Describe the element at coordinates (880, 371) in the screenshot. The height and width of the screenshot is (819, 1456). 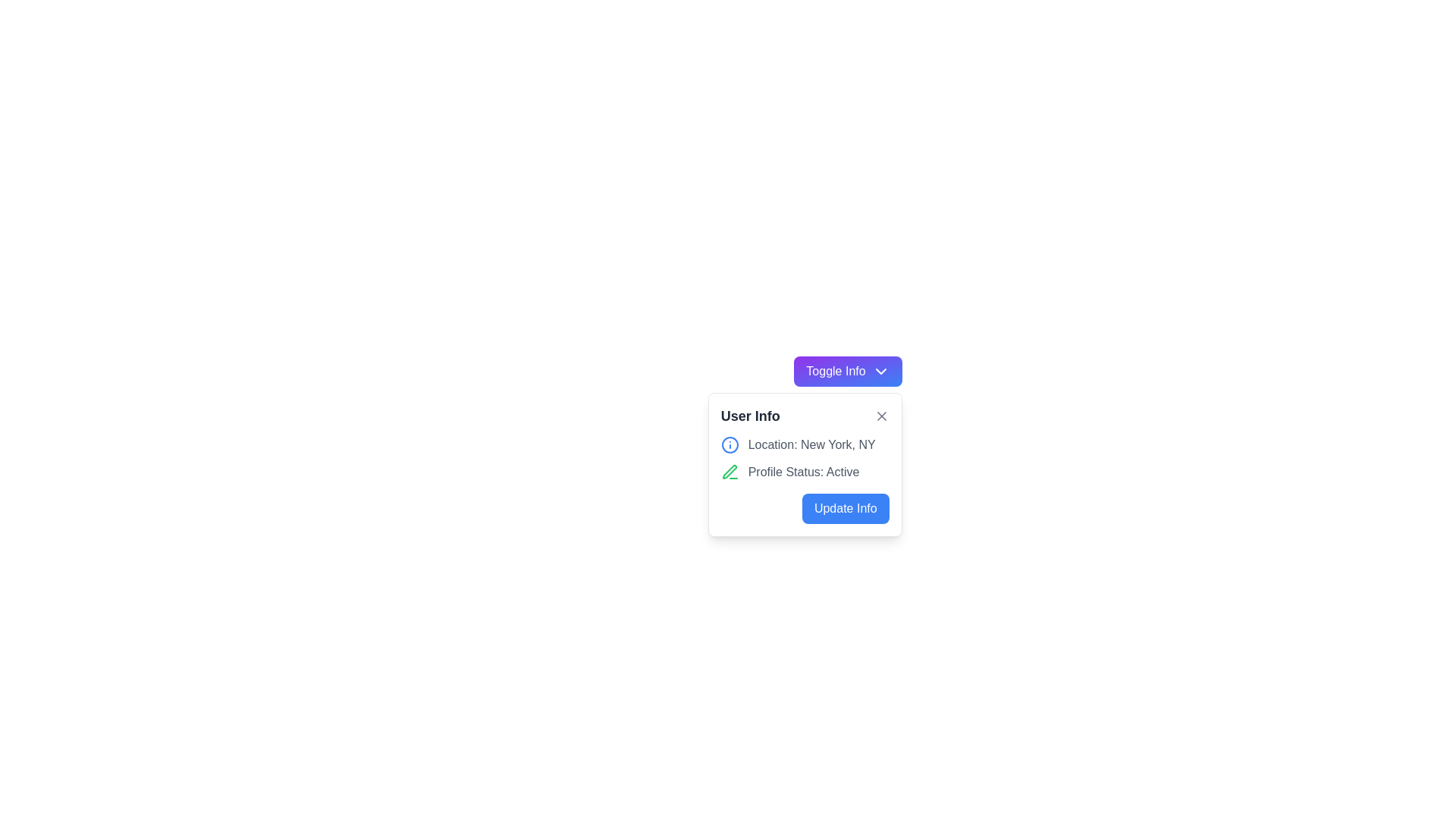
I see `the downward-facing chevron icon within the 'Toggle Info' button, positioned near its right edge` at that location.